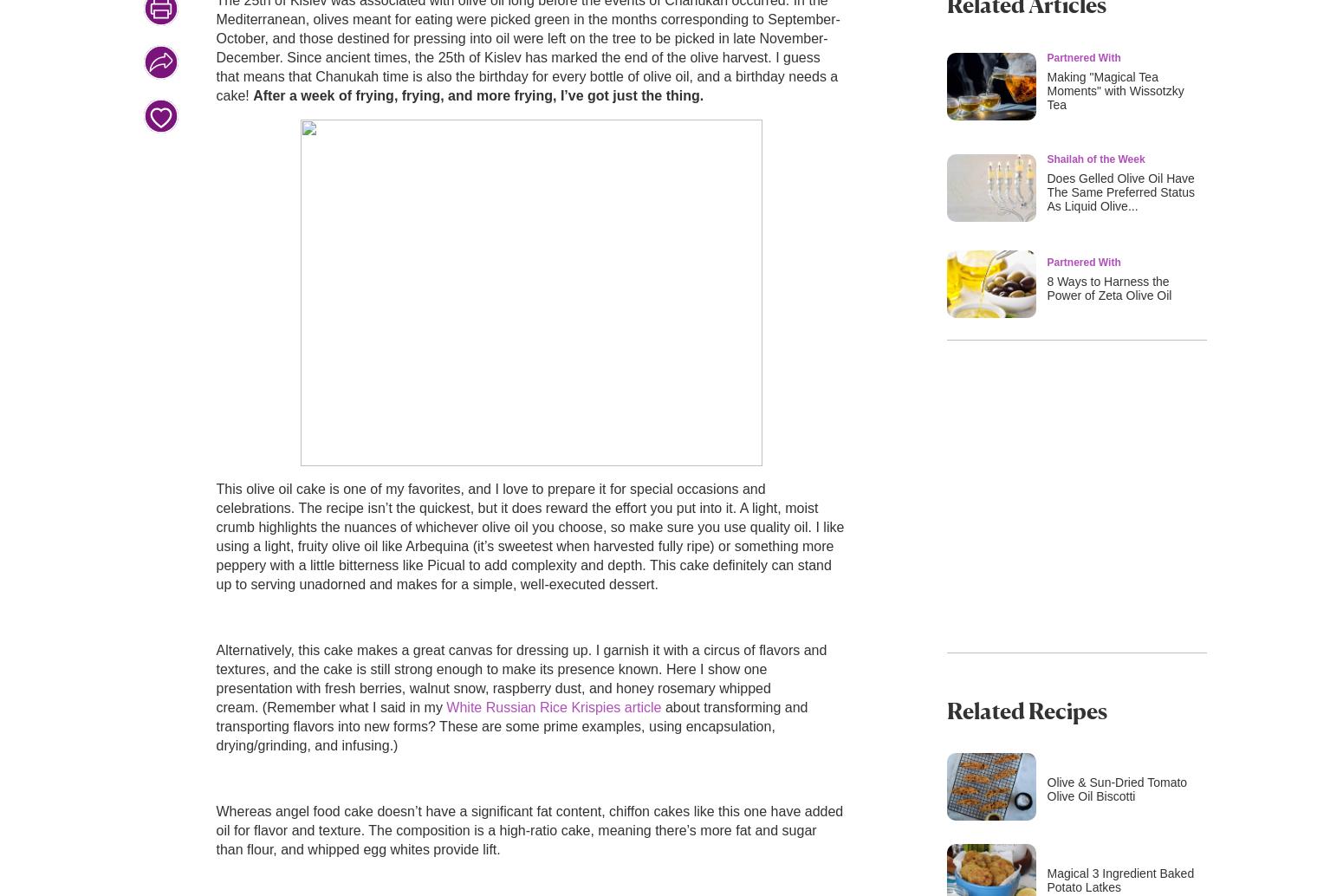  I want to click on 'Olive & Sun-Dried Tomato Olive Oil Biscotti', so click(1115, 788).